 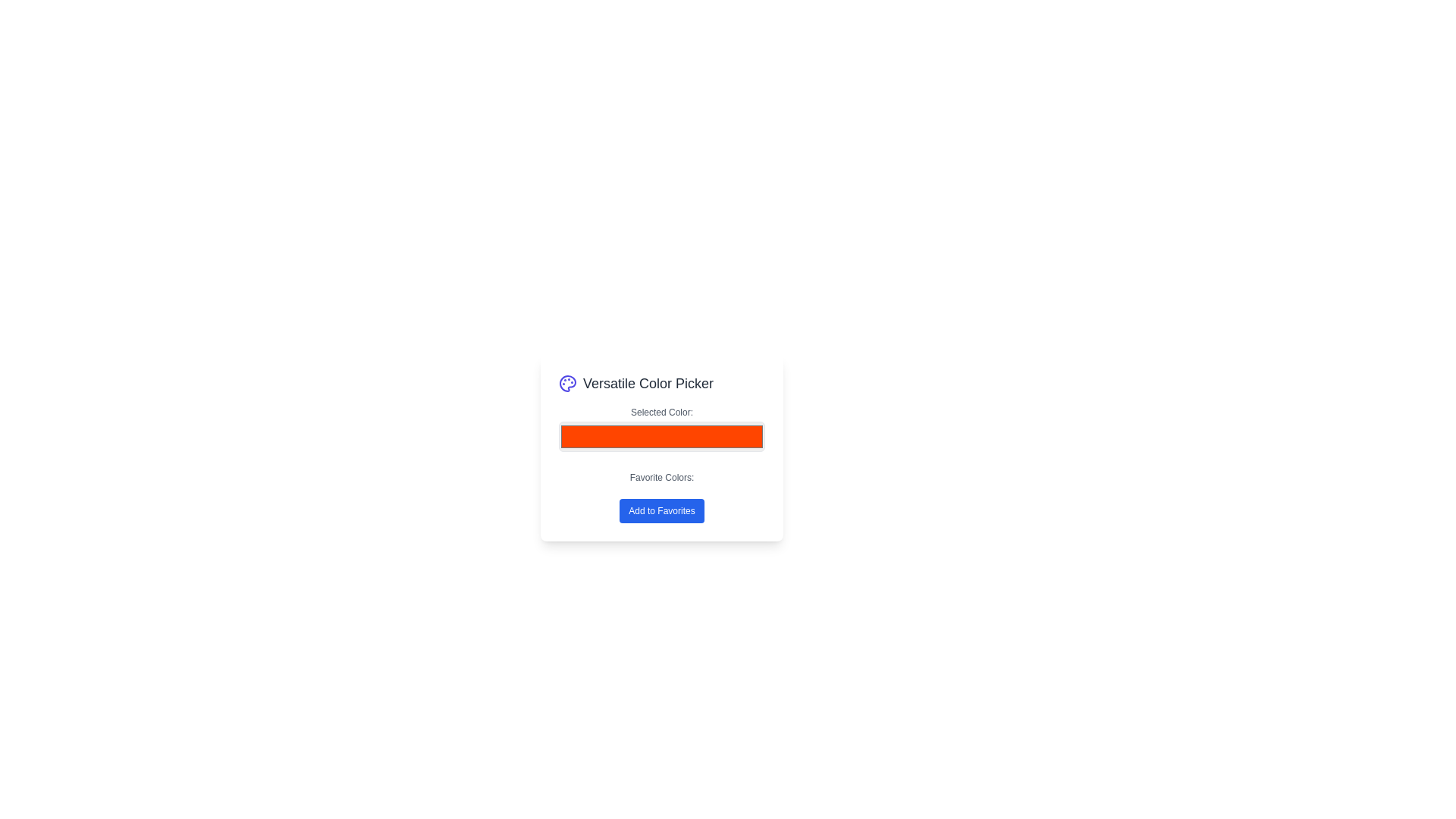 What do you see at coordinates (566, 382) in the screenshot?
I see `the color selection icon labeled 'Versatile Color Picker', which is positioned to the left of its text label` at bounding box center [566, 382].